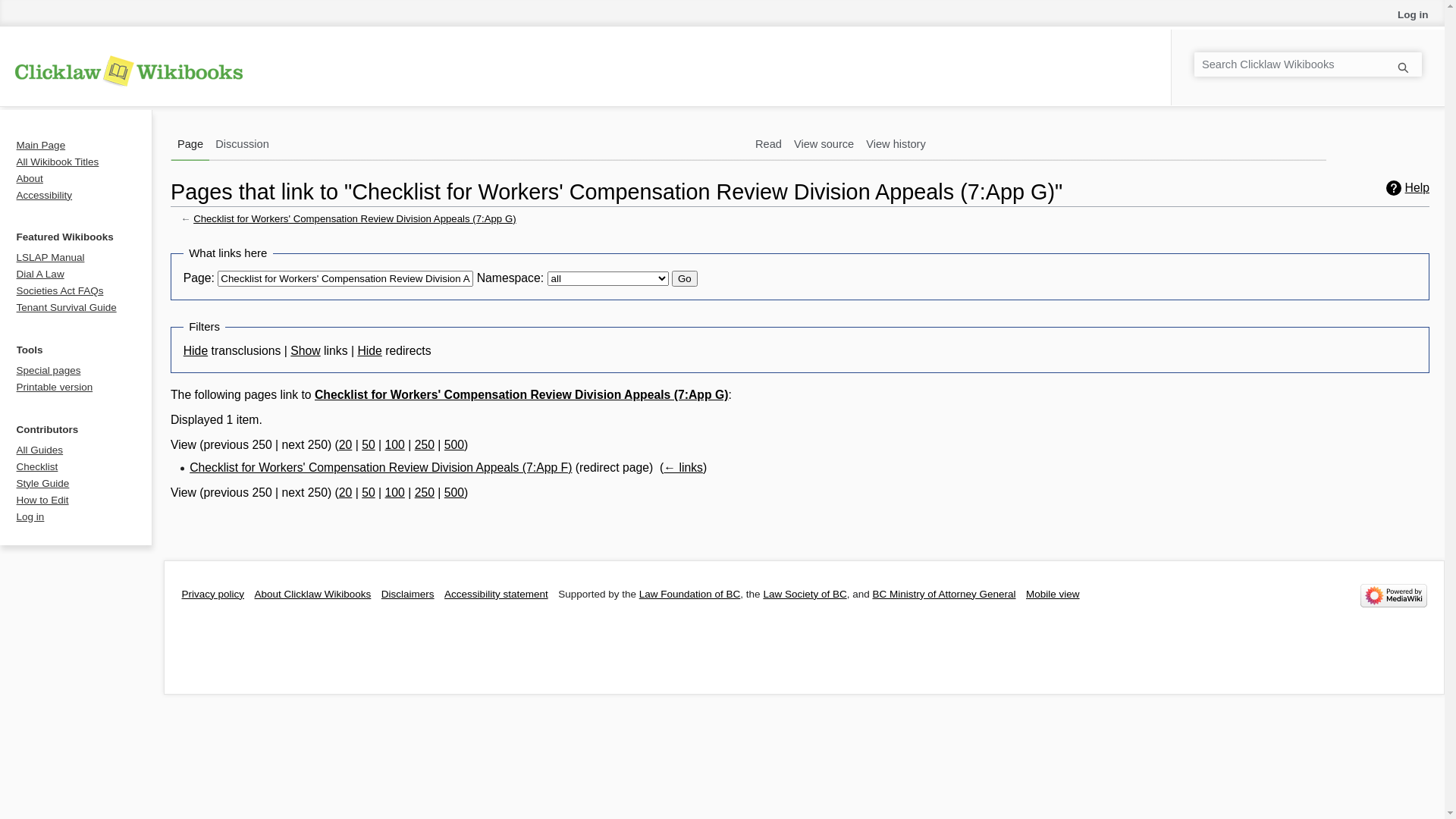  Describe the element at coordinates (1401, 66) in the screenshot. I see `'Go'` at that location.